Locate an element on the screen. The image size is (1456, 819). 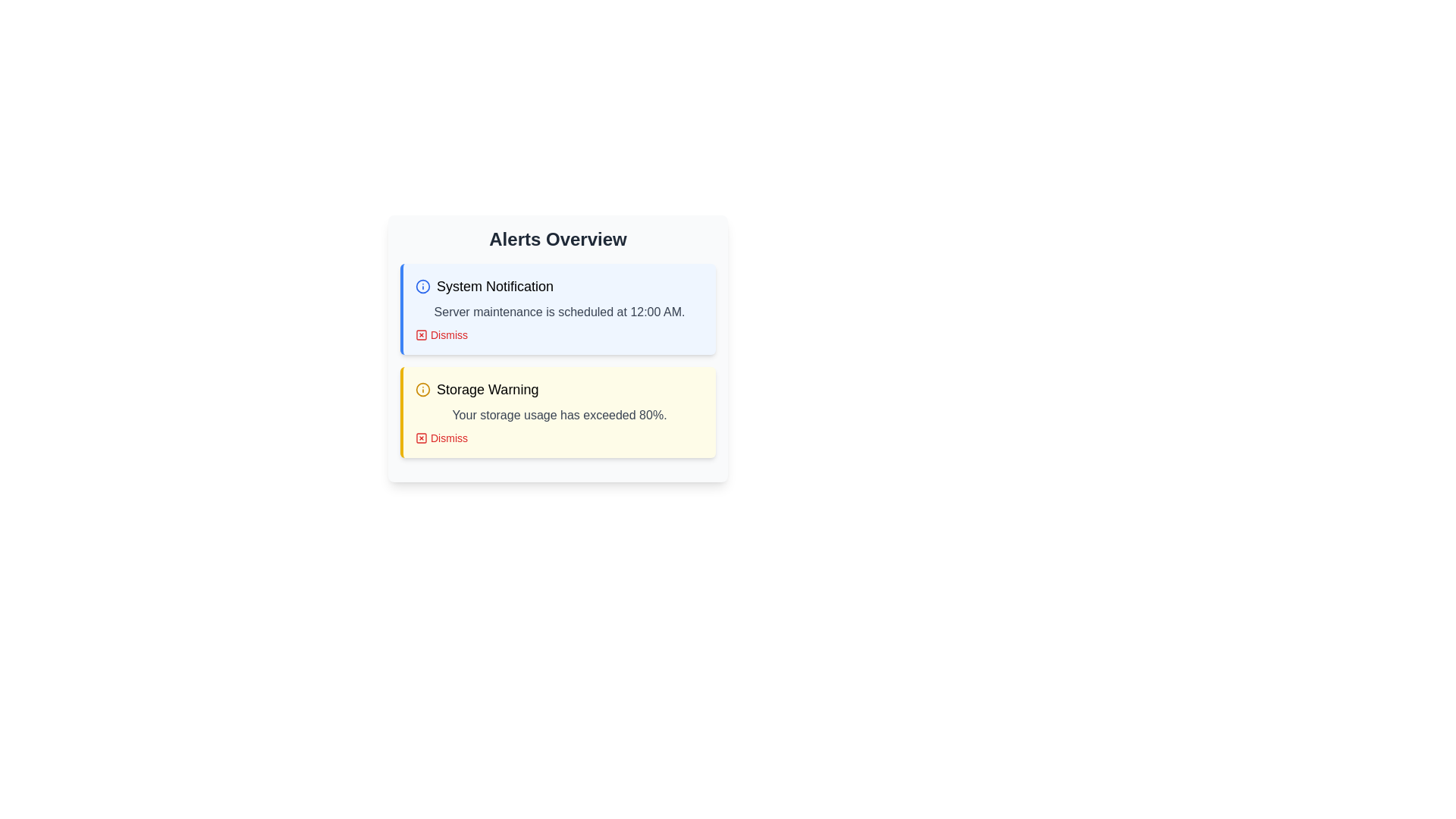
informational text about the scheduled server maintenance event located inside the 'System Notification' blue-bordered notification box, below the title and above the 'Dismiss' button is located at coordinates (559, 312).